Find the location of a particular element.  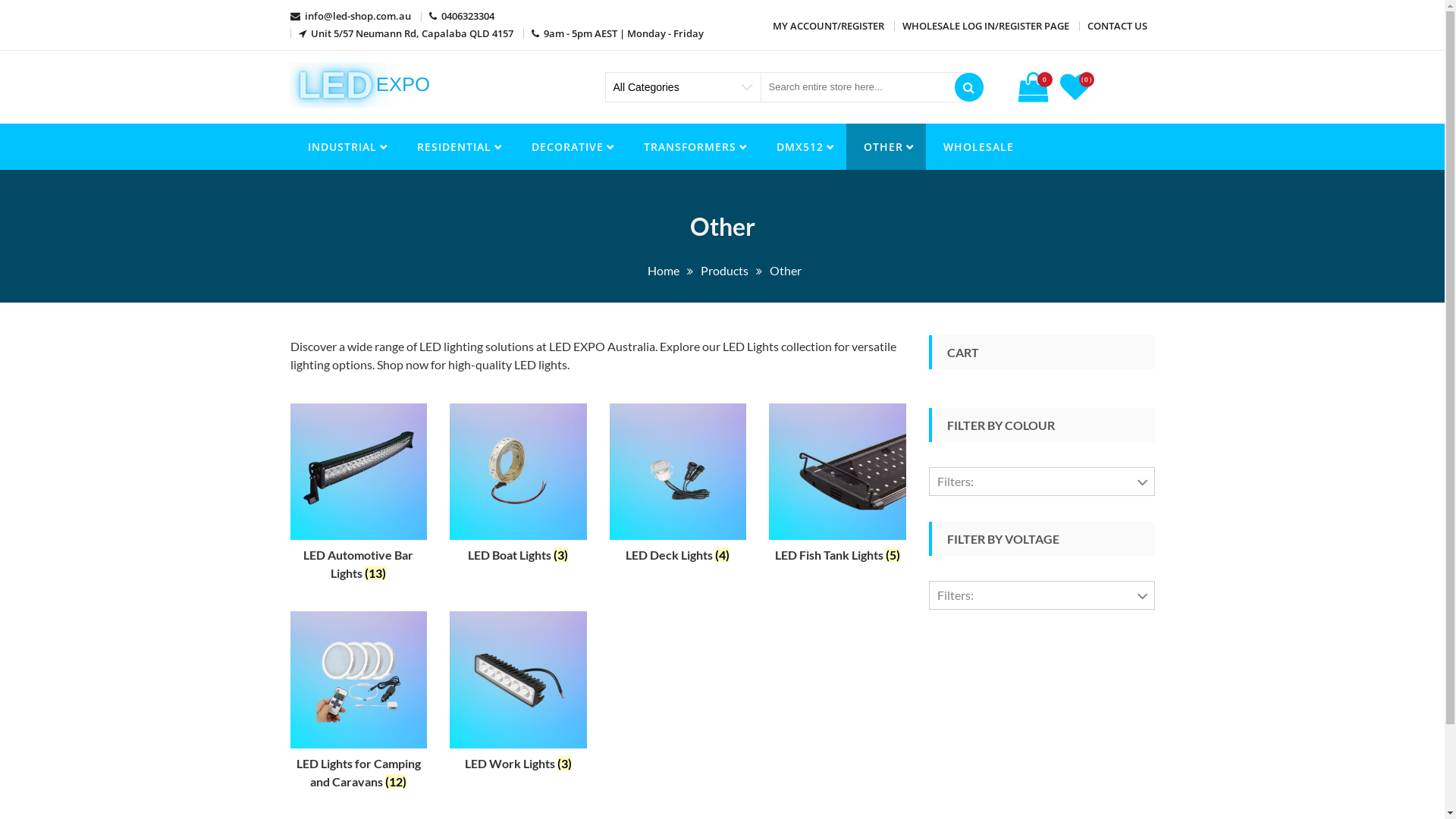

'DECORATIVE' is located at coordinates (570, 146).